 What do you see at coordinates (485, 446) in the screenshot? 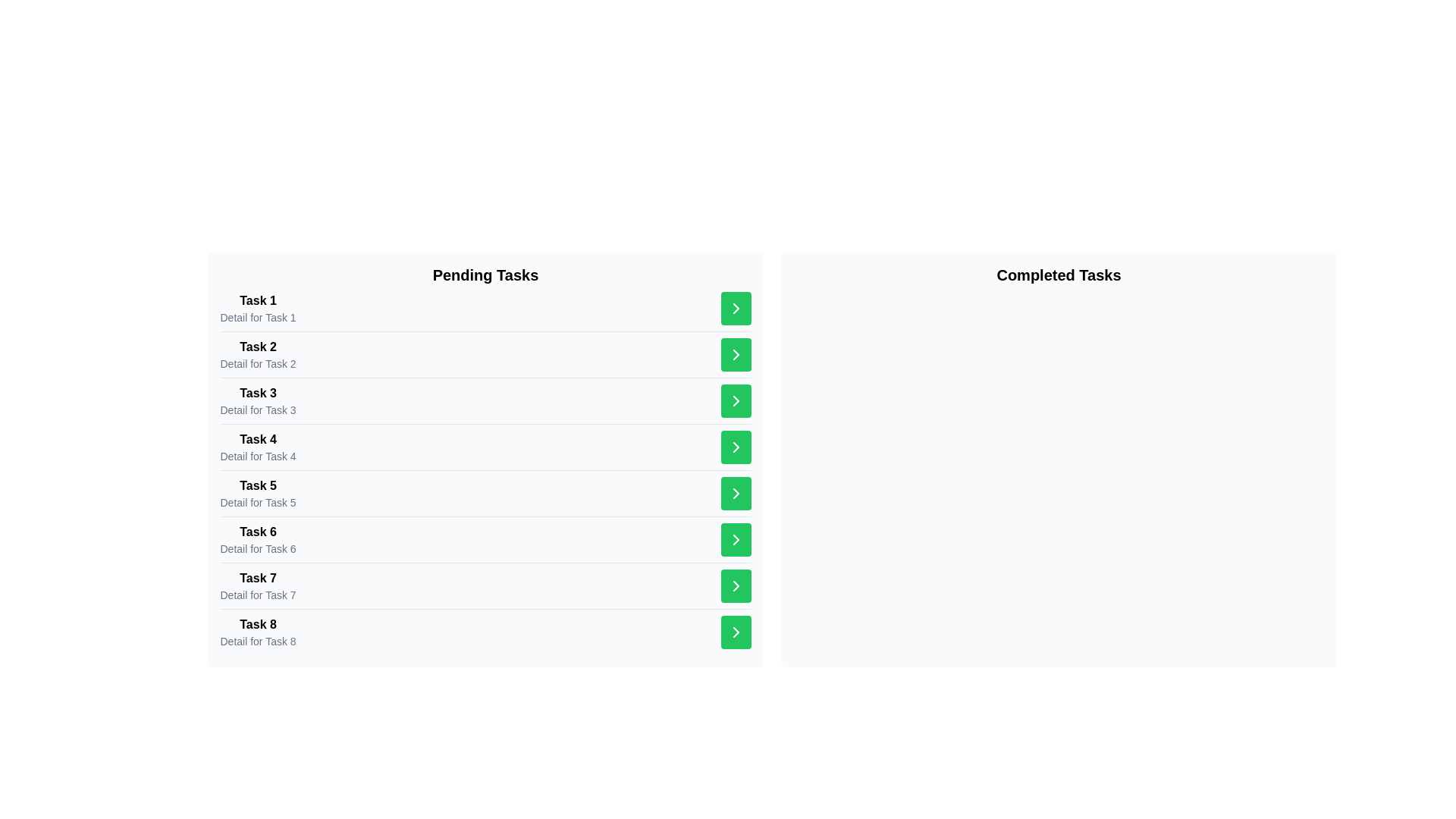
I see `the fourth task item in the 'Pending Tasks' section, which has the title 'Task 4' and a green action button with a right-facing arrow` at bounding box center [485, 446].